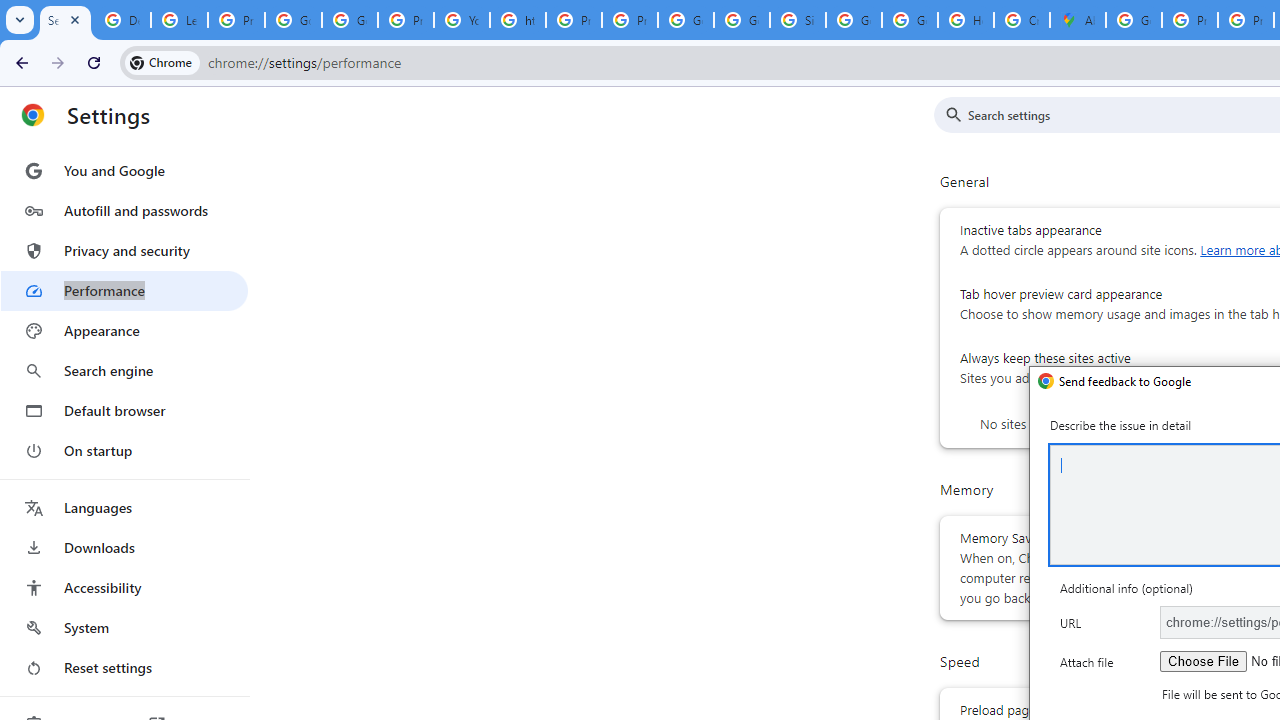  I want to click on 'Reset settings', so click(123, 668).